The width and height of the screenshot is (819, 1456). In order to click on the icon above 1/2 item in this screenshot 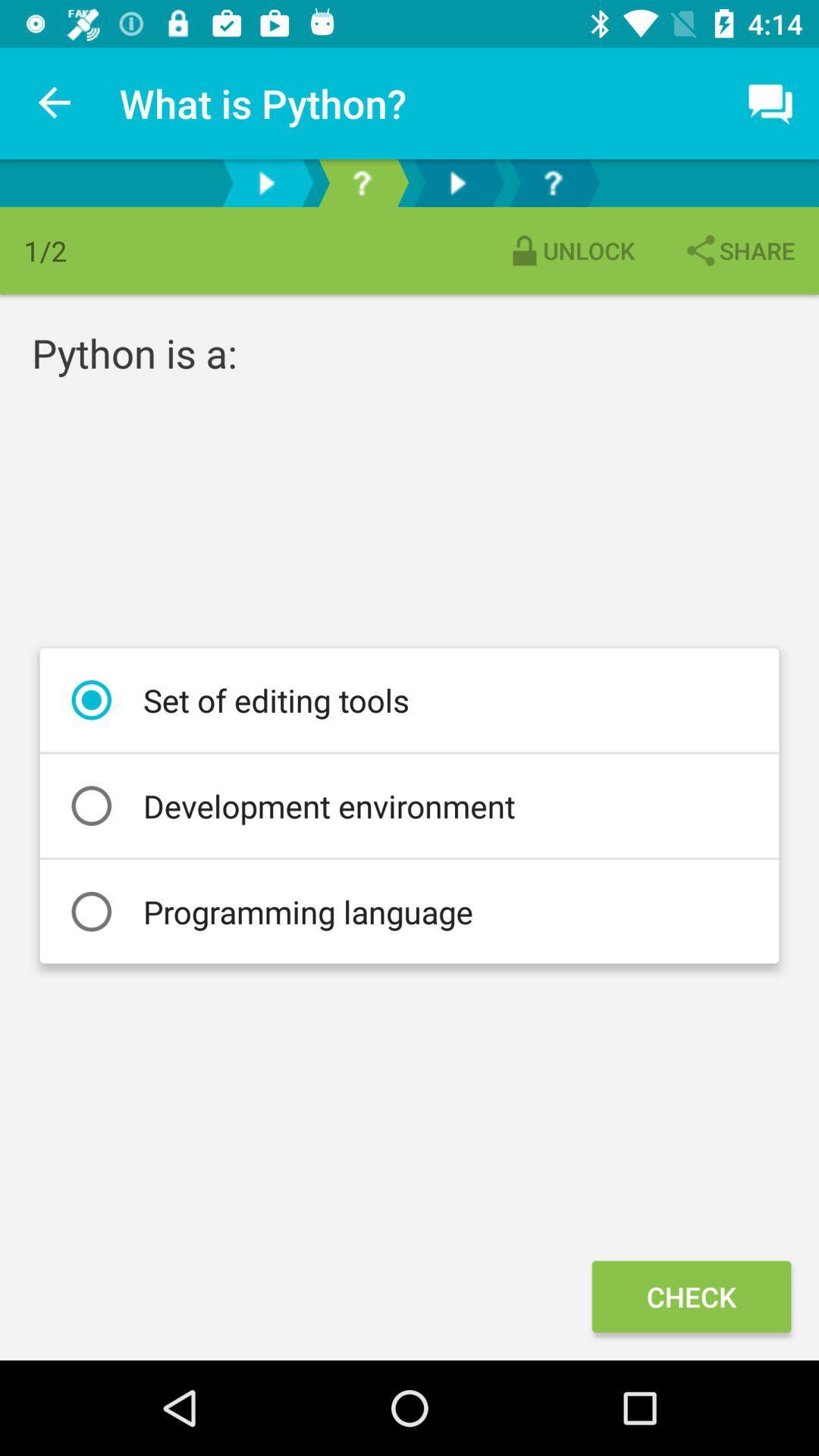, I will do `click(55, 102)`.